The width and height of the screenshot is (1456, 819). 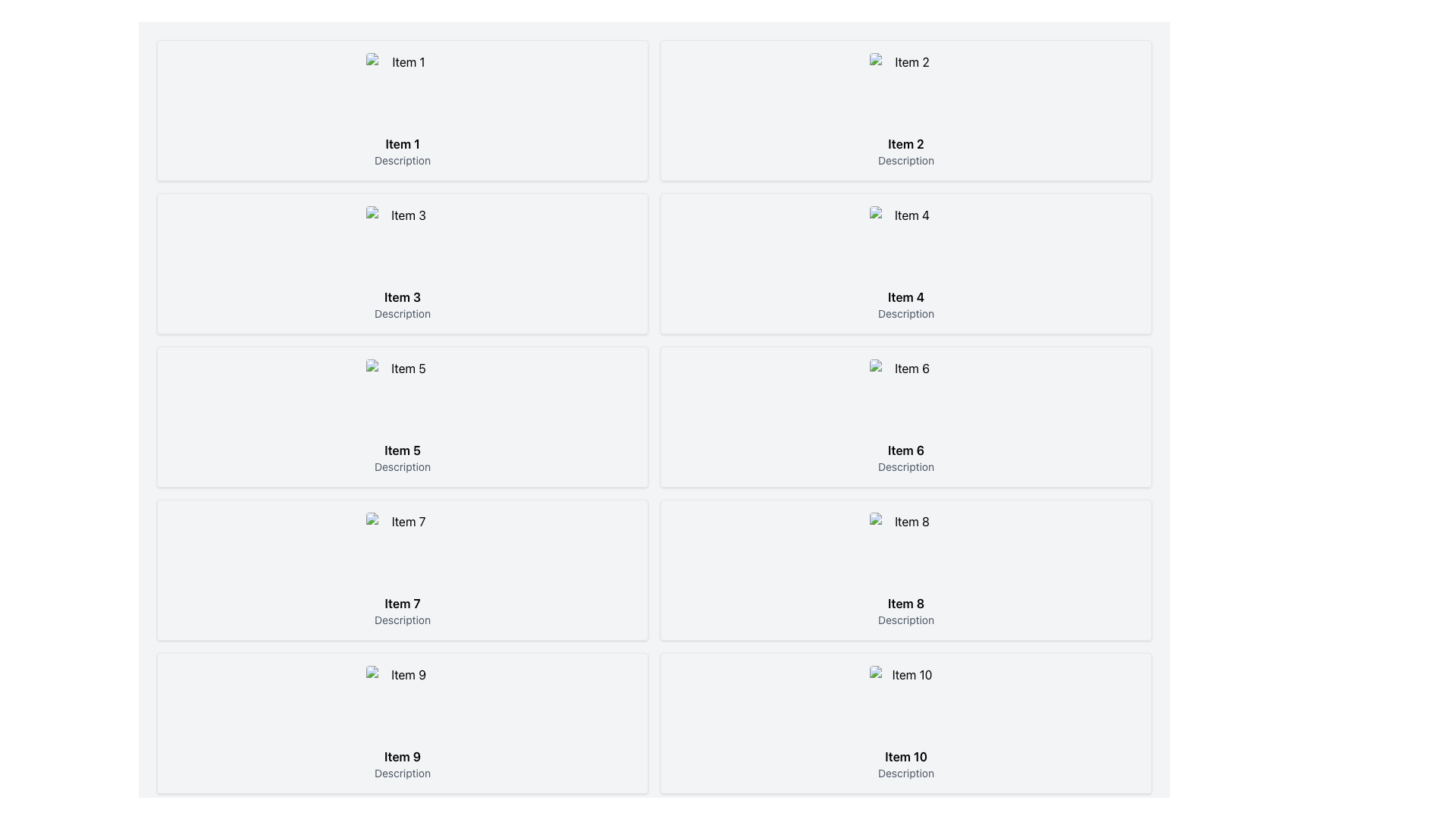 I want to click on the text label displaying 'Description', which is styled in a small, gray font and located below the 'Item 2' text and image in the second group of the grid, so click(x=906, y=161).